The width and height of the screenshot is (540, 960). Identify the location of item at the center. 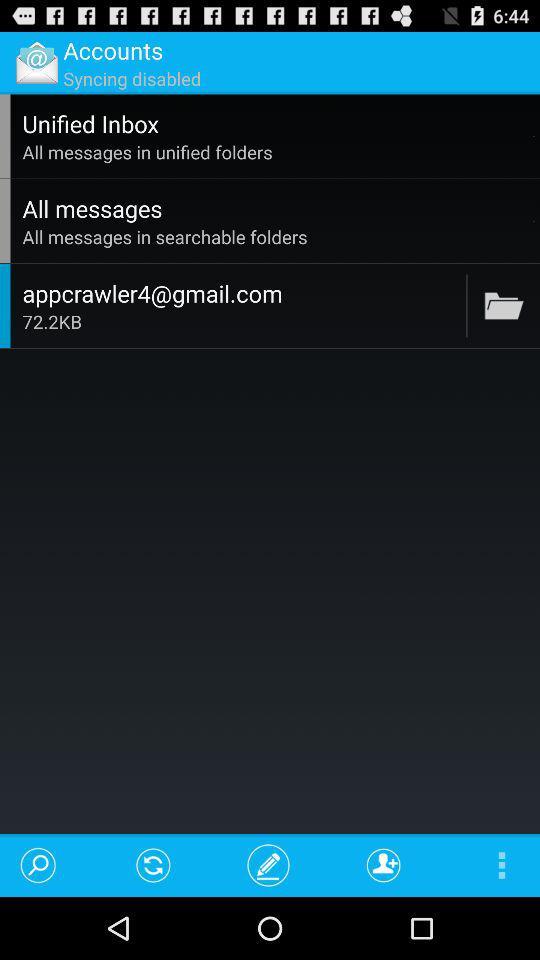
(241, 321).